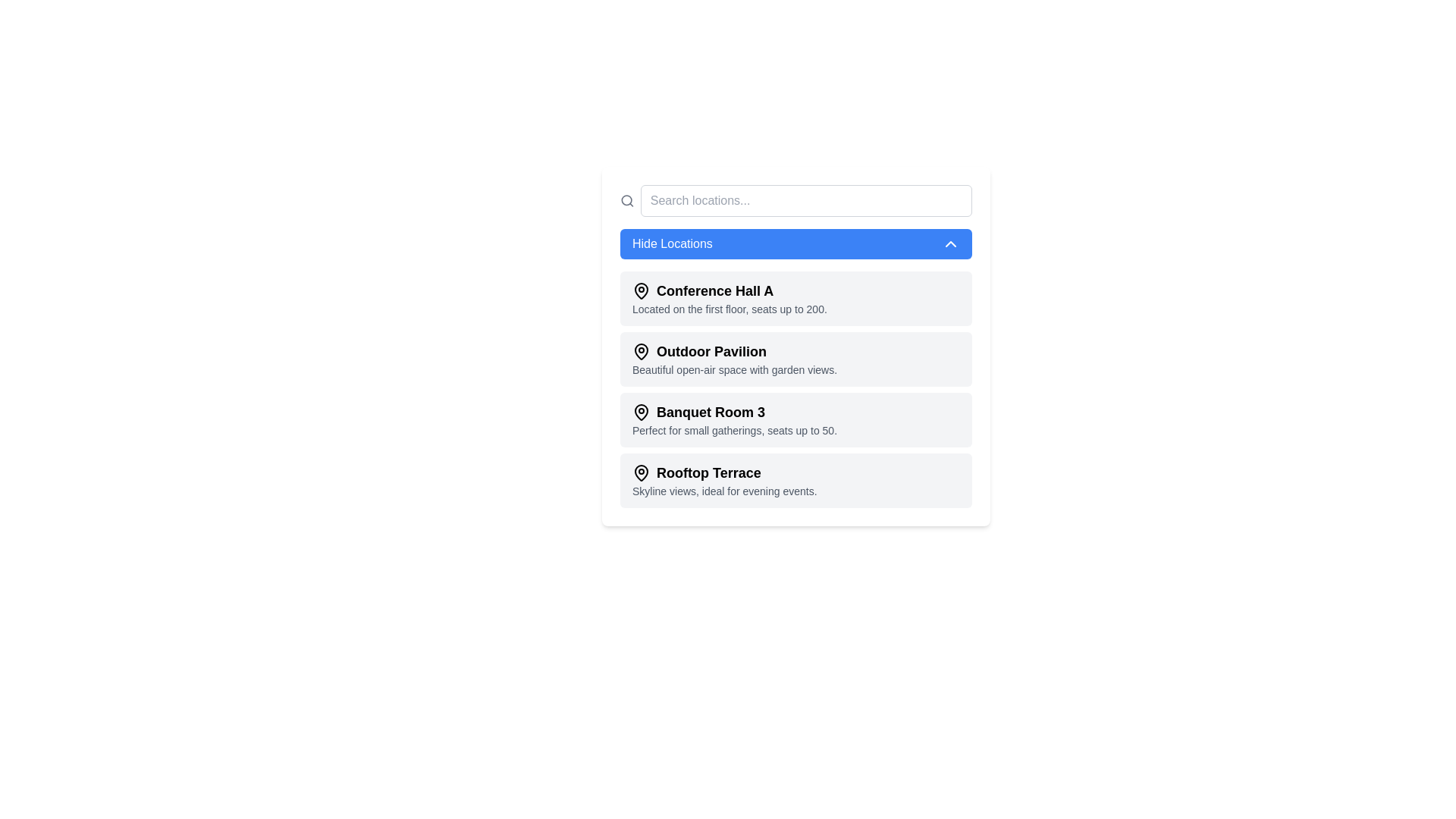 The width and height of the screenshot is (1456, 819). What do you see at coordinates (723, 472) in the screenshot?
I see `the 'Rooftop Terrace' text label` at bounding box center [723, 472].